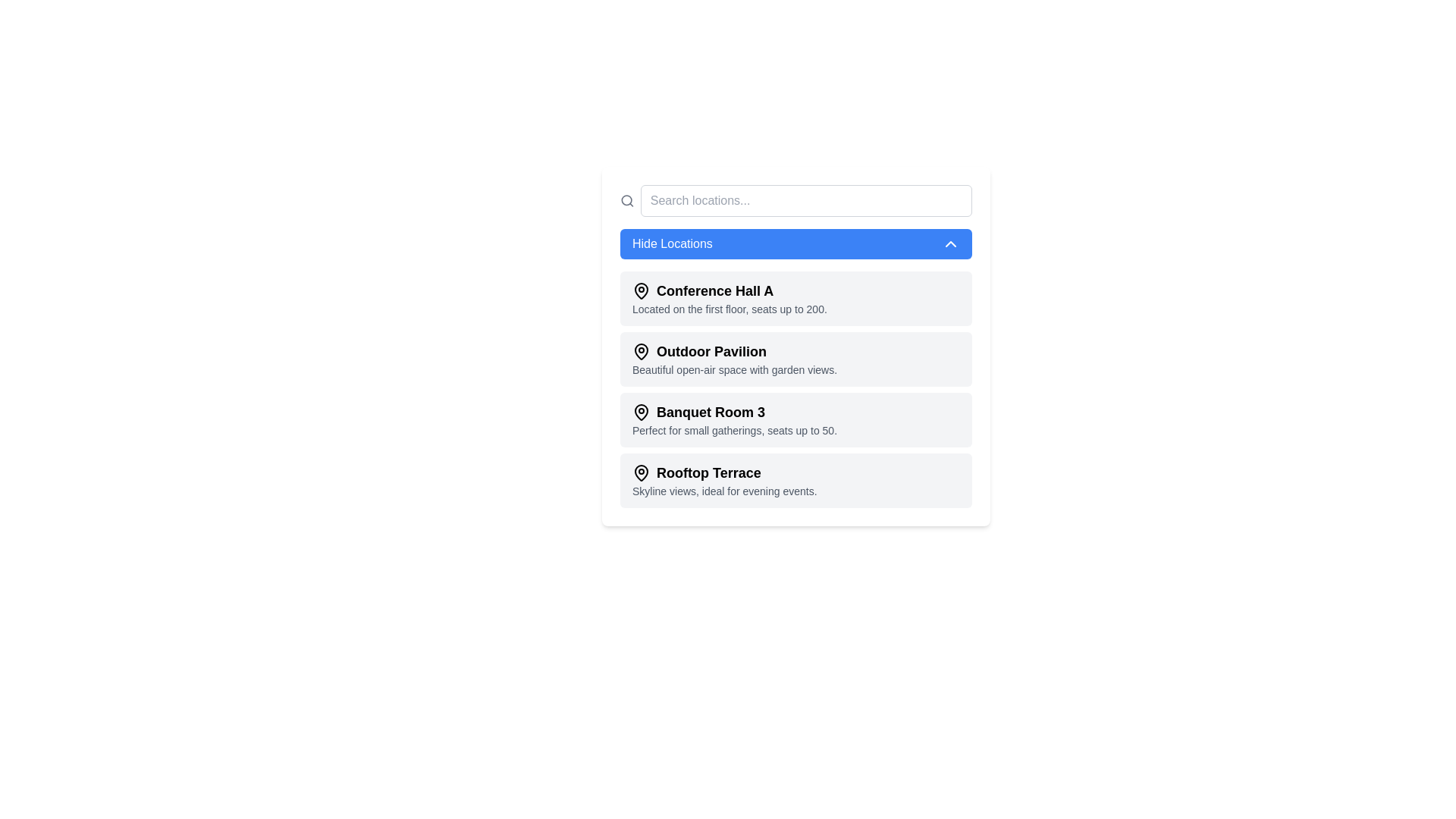 The width and height of the screenshot is (1456, 819). What do you see at coordinates (723, 472) in the screenshot?
I see `the 'Rooftop Terrace' text label` at bounding box center [723, 472].